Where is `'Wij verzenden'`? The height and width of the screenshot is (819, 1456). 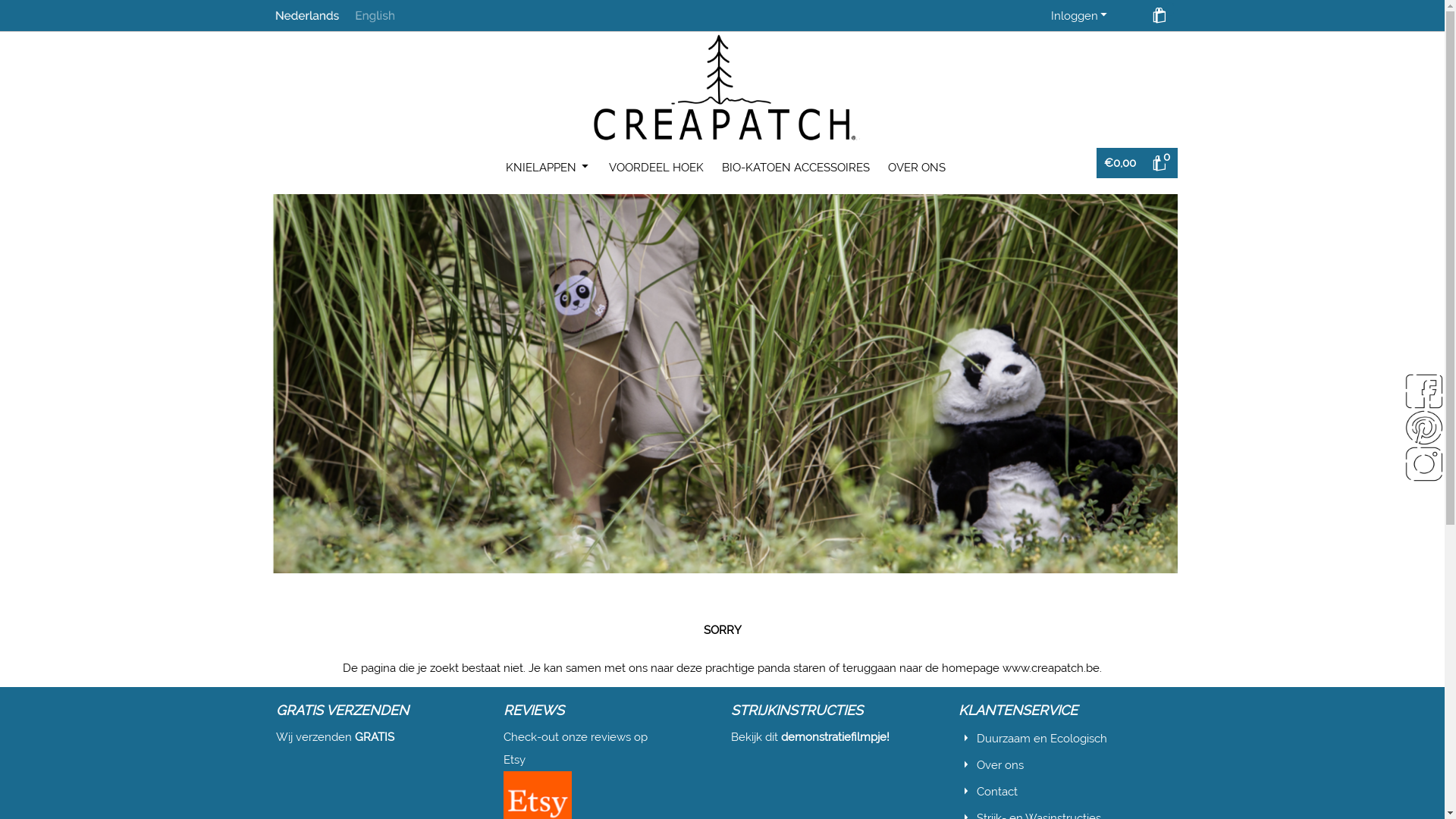 'Wij verzenden' is located at coordinates (276, 736).